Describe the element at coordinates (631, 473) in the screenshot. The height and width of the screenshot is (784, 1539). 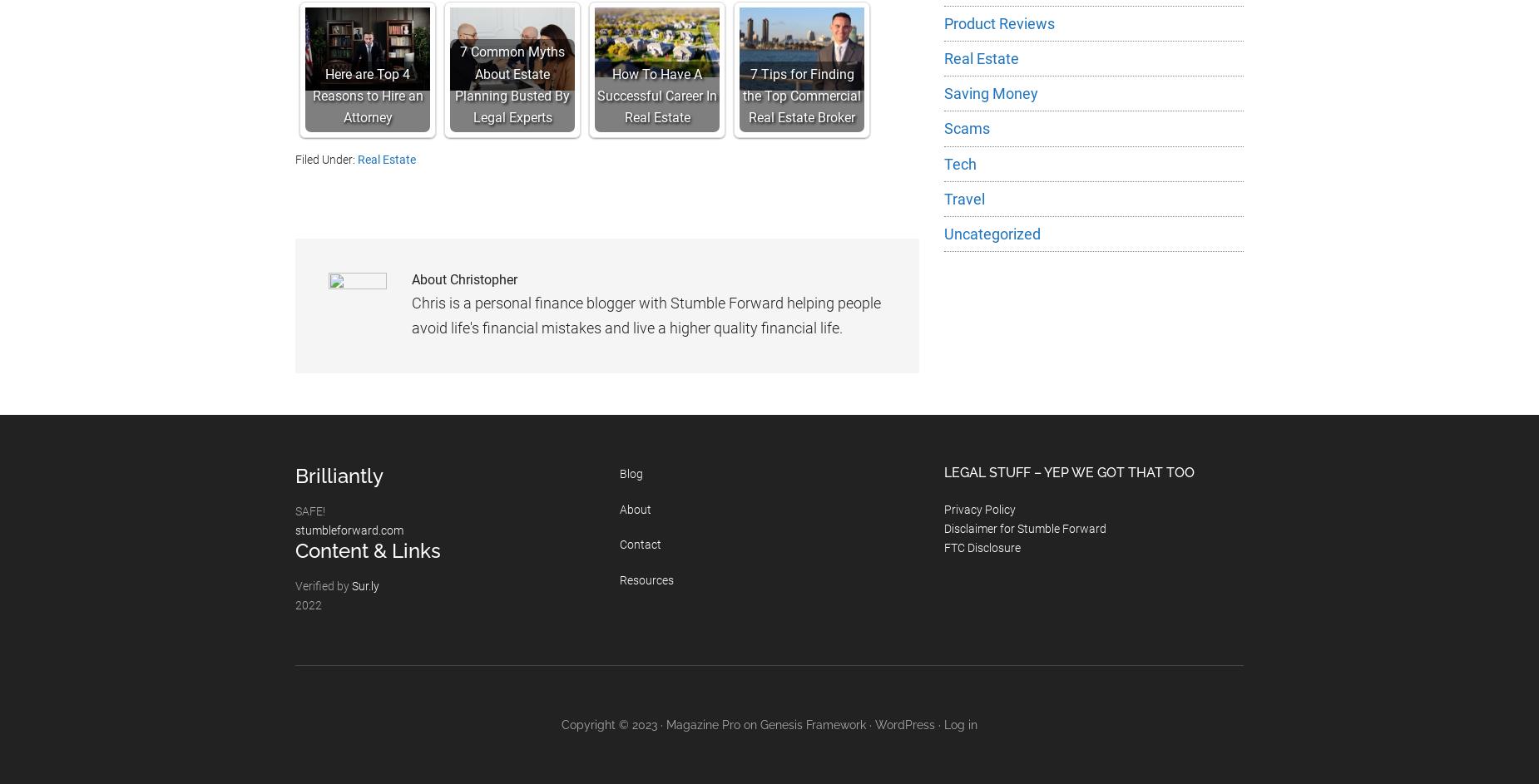
I see `'Blog'` at that location.